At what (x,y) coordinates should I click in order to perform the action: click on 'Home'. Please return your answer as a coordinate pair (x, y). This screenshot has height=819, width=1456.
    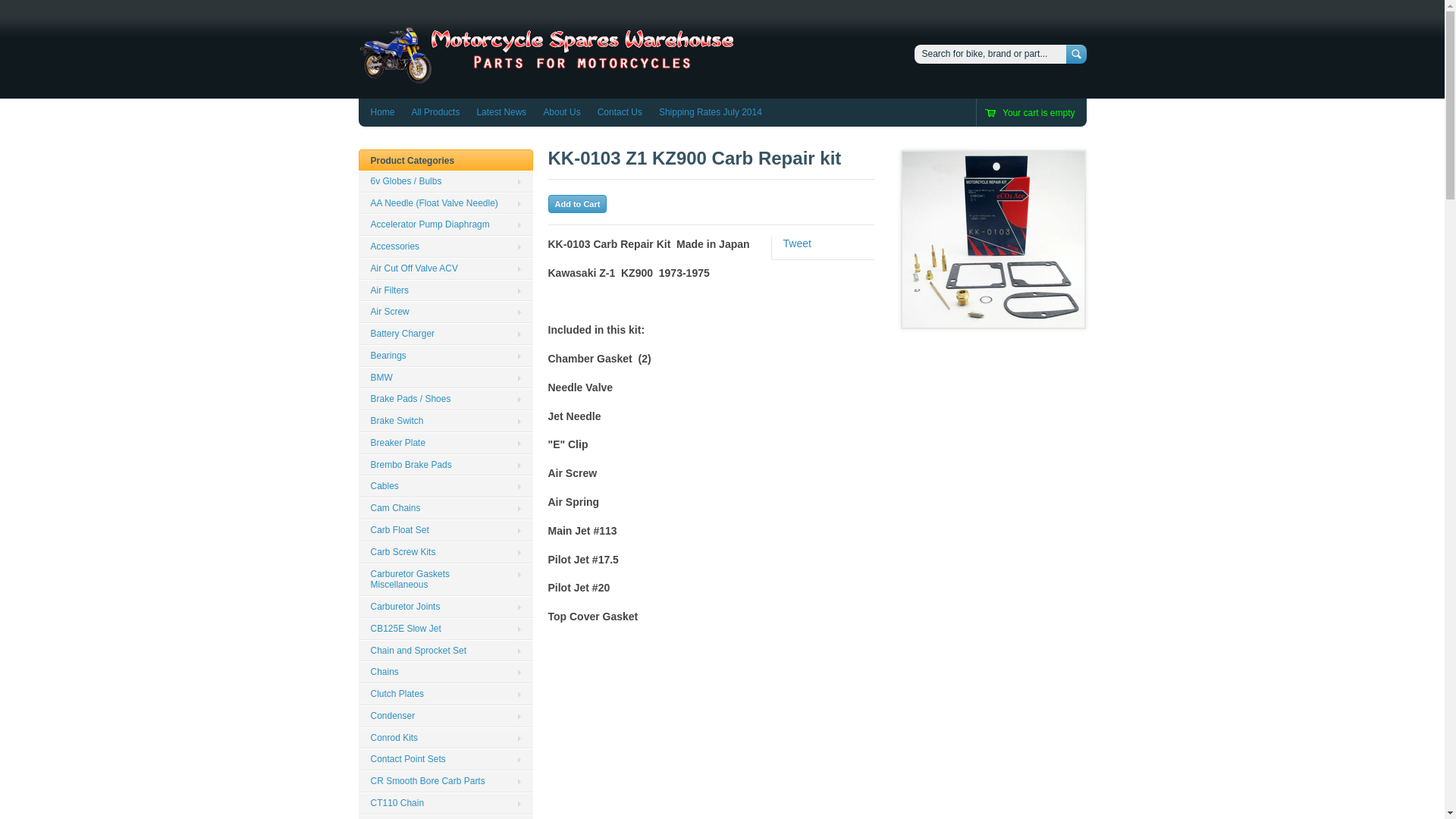
    Looking at the image, I should click on (382, 111).